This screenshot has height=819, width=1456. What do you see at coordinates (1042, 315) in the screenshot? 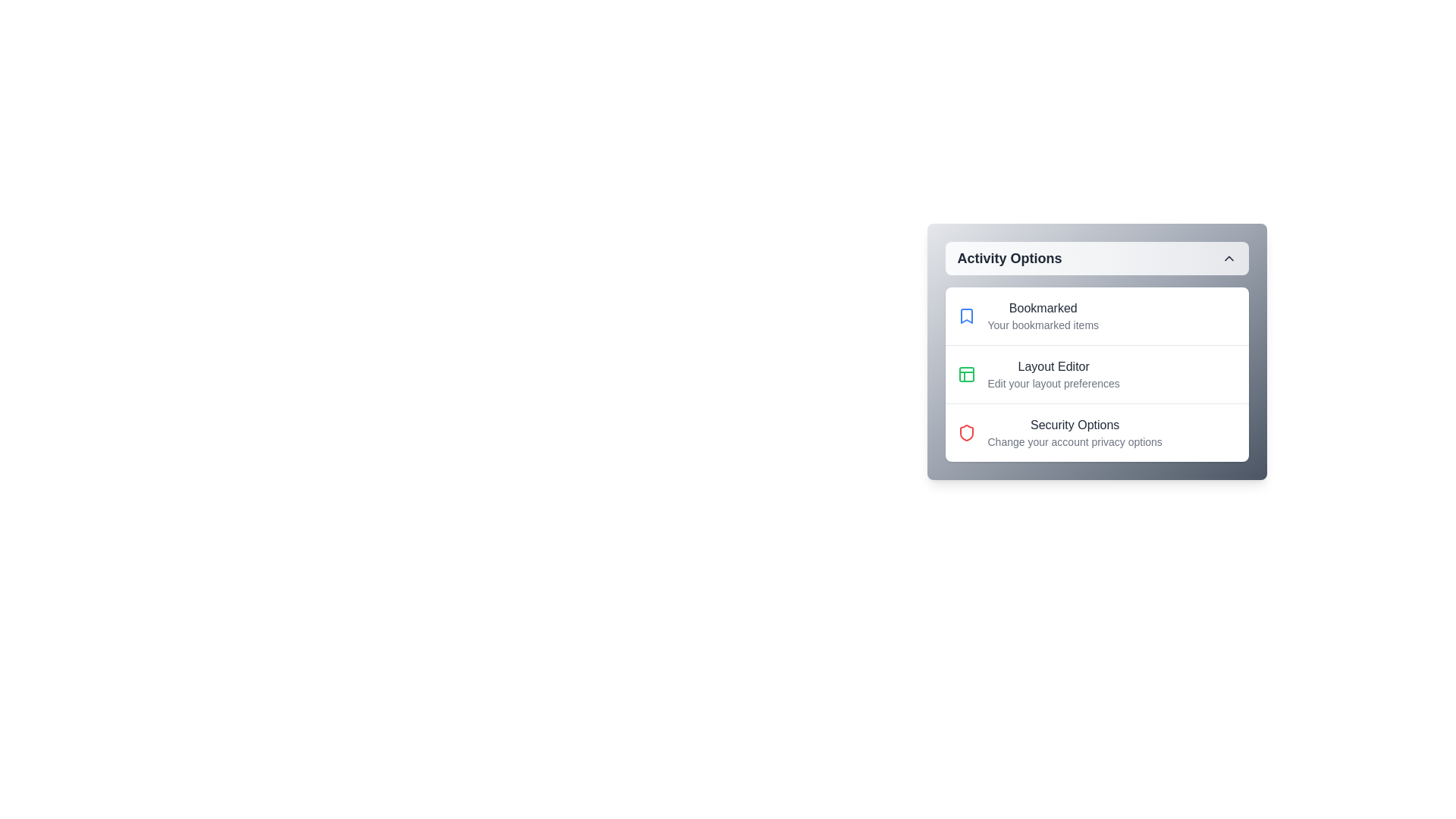
I see `text content of the navigation label for bookmarks located in the upper section of the 'Activity Options' menu, directly below the bookmark icon` at bounding box center [1042, 315].